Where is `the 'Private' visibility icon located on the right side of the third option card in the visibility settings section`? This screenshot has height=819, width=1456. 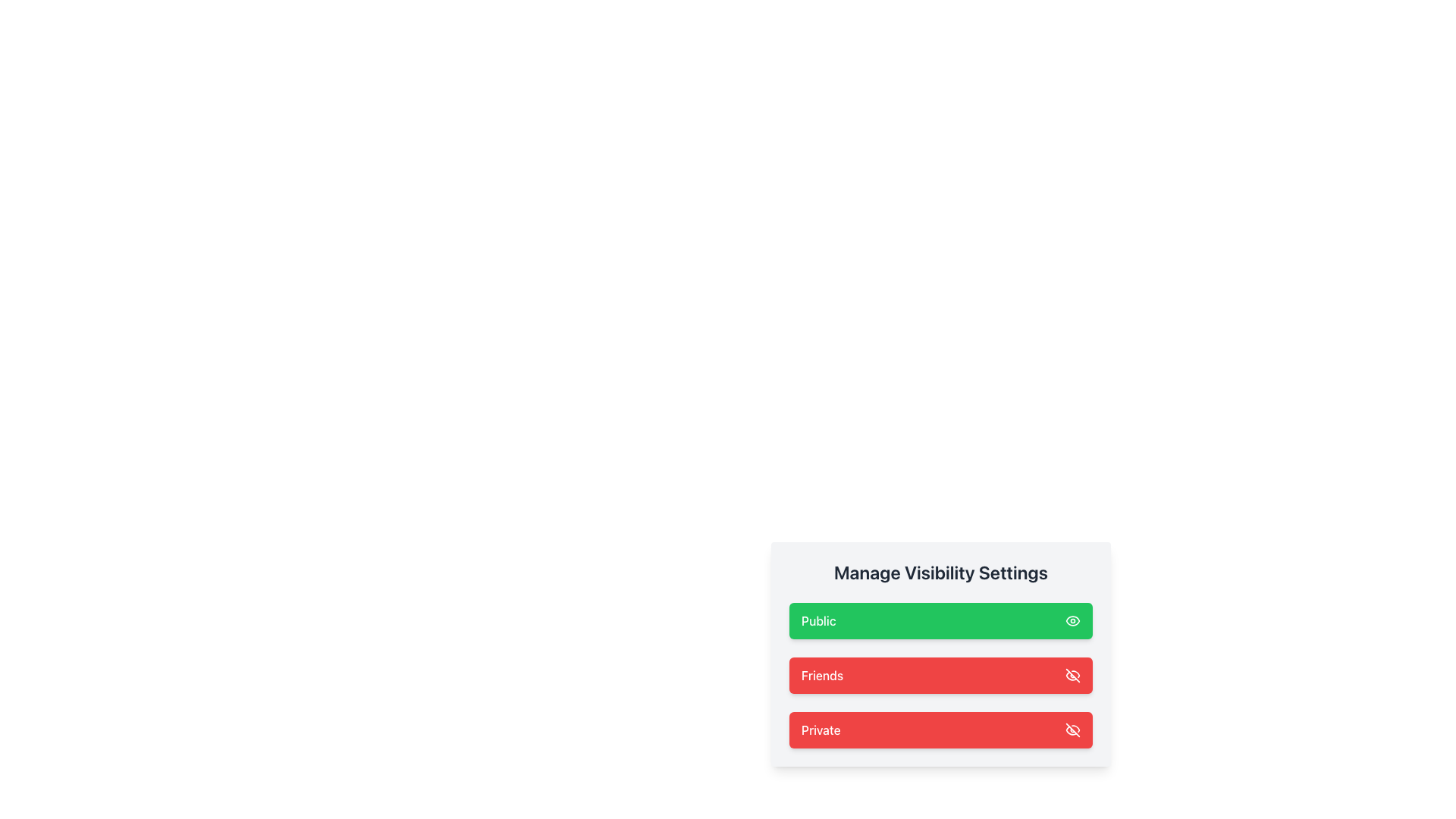
the 'Private' visibility icon located on the right side of the third option card in the visibility settings section is located at coordinates (1072, 730).